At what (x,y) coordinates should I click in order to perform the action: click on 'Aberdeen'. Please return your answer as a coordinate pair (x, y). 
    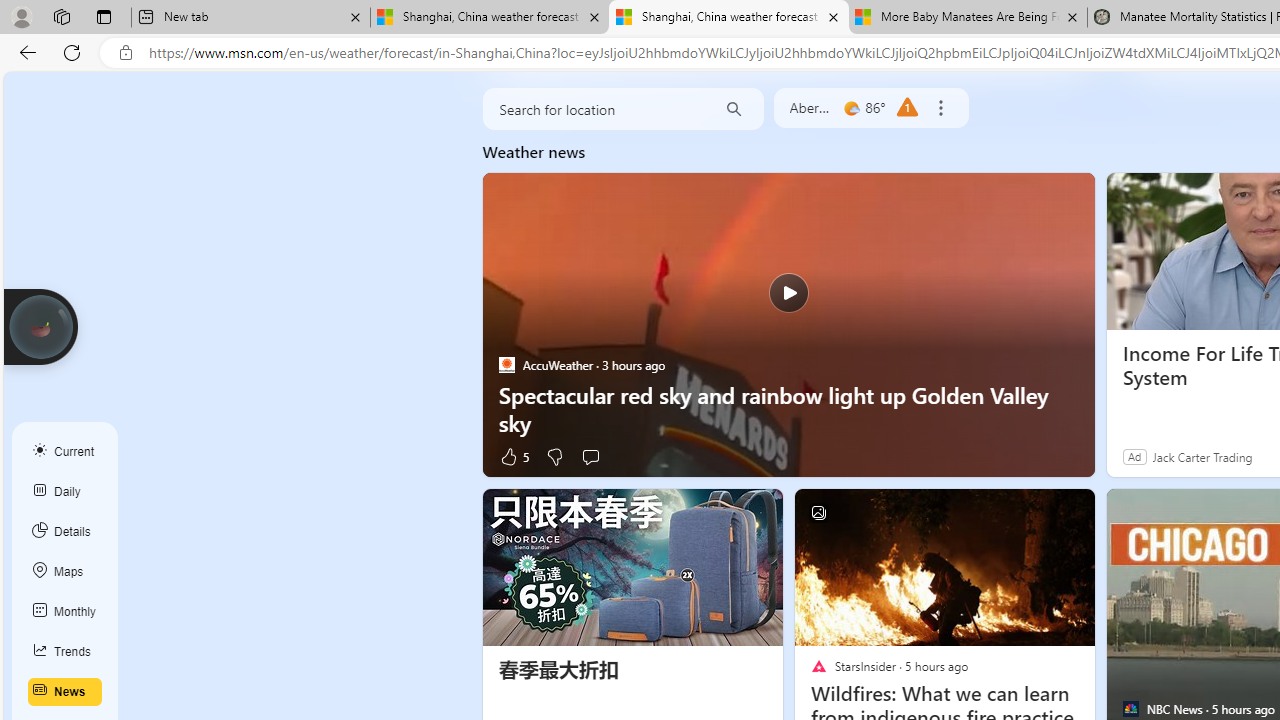
    Looking at the image, I should click on (811, 108).